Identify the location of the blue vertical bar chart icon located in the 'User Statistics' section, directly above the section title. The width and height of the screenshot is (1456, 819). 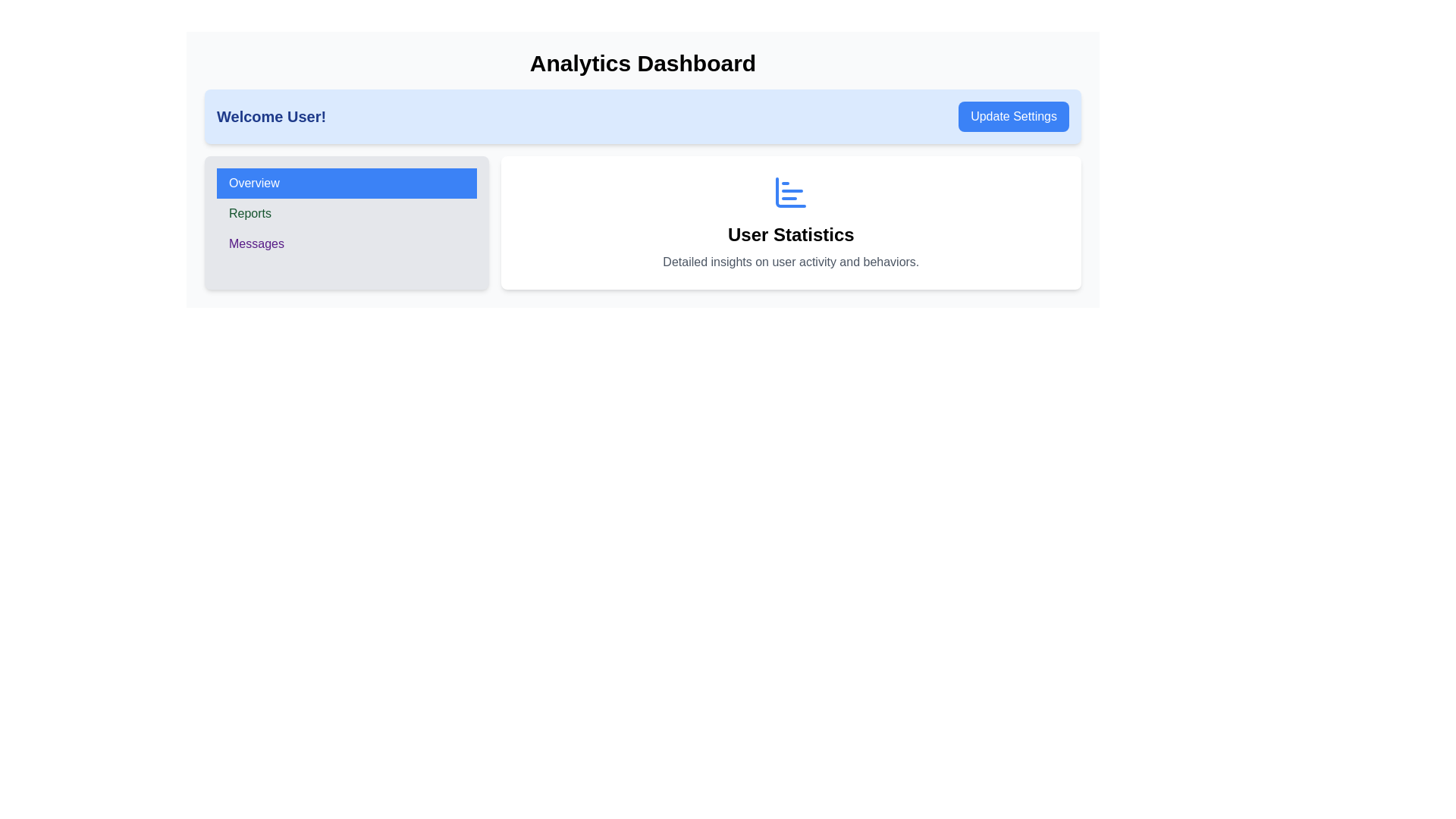
(790, 192).